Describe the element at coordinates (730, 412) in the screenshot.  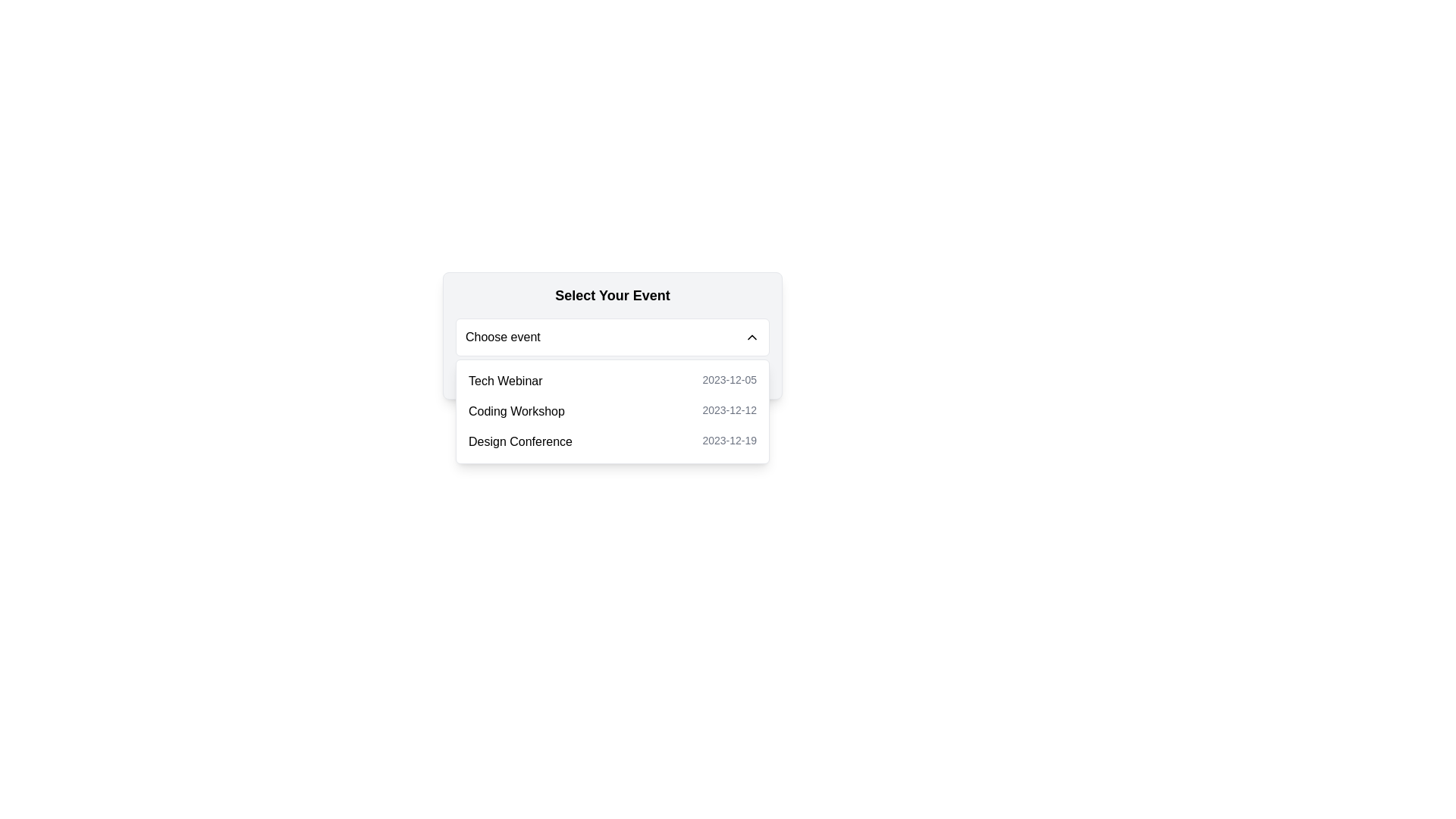
I see `the text label displaying the date '2023-12-12', which is aligned with the event 'Coding Workshop' and part of a list of events` at that location.